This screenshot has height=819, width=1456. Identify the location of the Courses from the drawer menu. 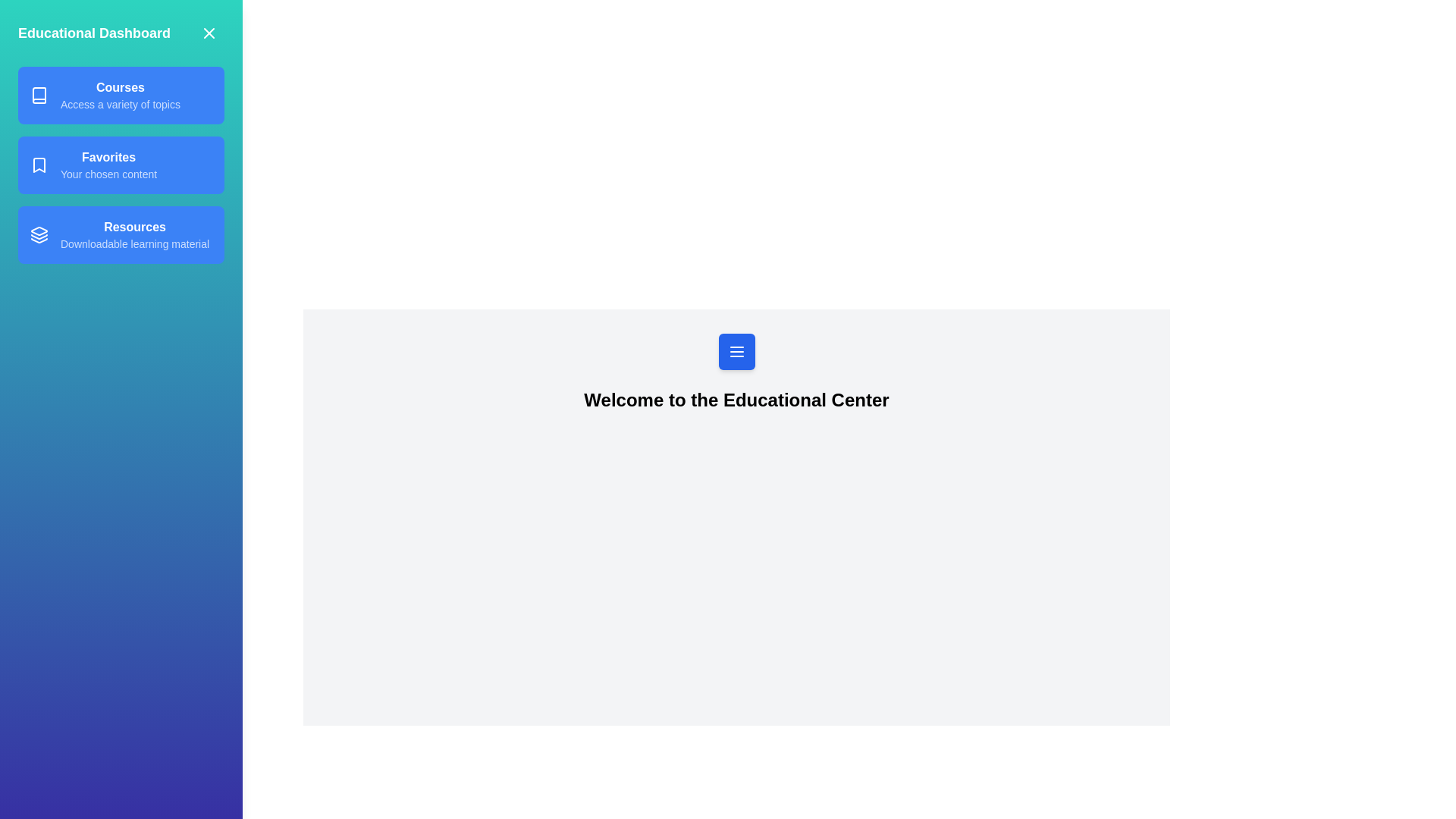
(120, 96).